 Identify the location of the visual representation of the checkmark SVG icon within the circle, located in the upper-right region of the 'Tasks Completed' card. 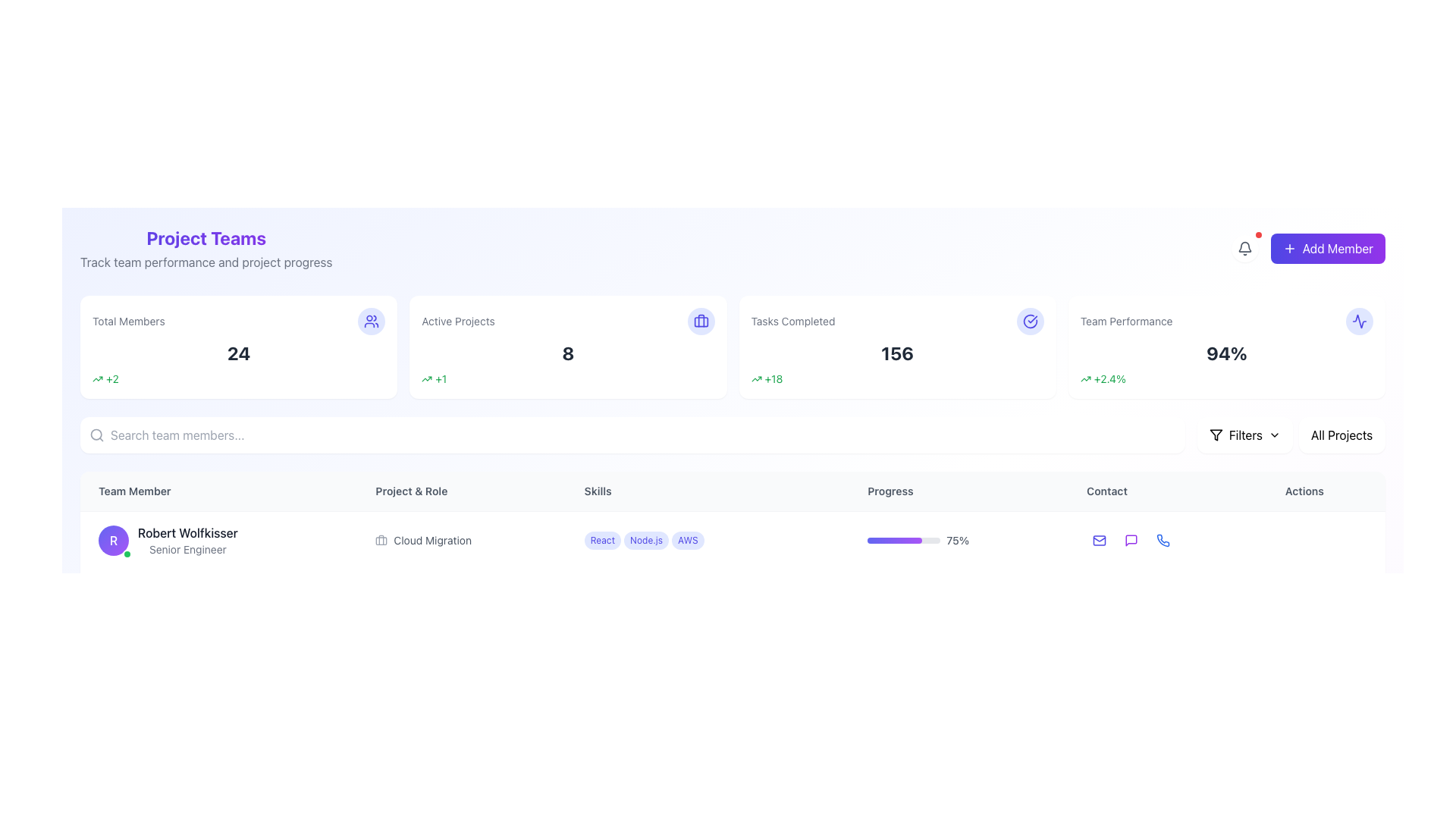
(1030, 321).